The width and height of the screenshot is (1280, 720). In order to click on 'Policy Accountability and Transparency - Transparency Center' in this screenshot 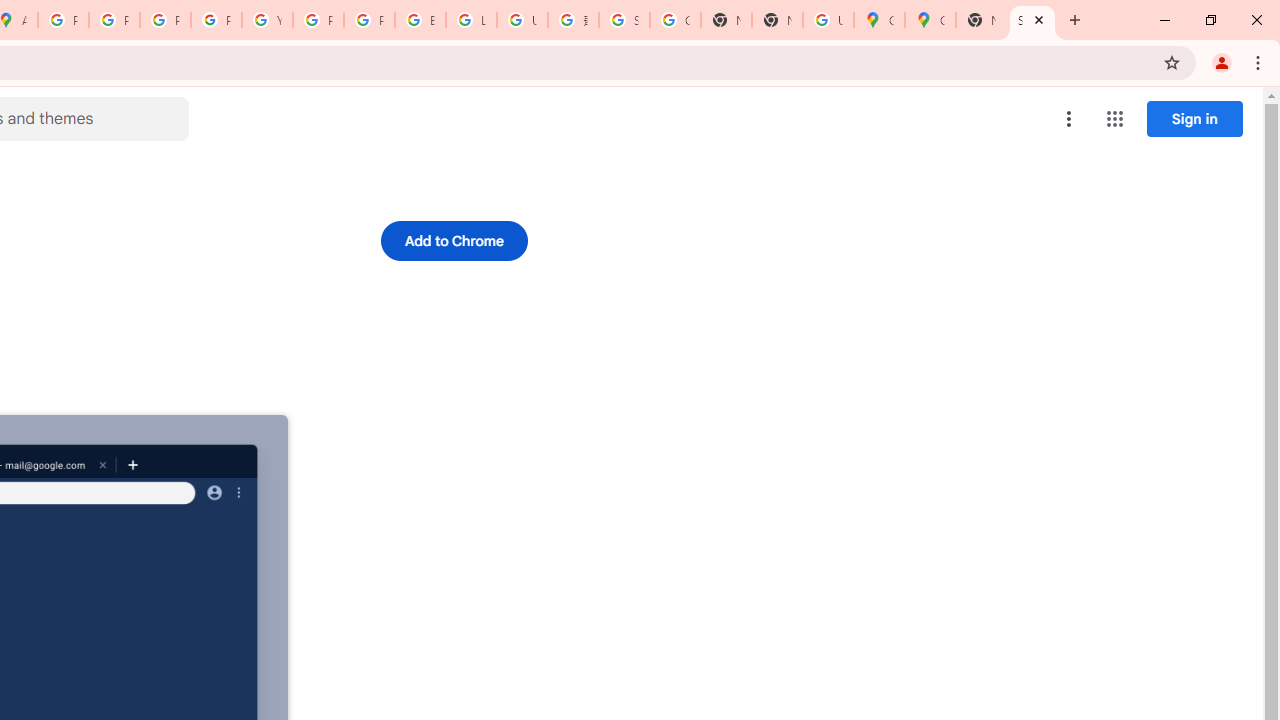, I will do `click(64, 20)`.